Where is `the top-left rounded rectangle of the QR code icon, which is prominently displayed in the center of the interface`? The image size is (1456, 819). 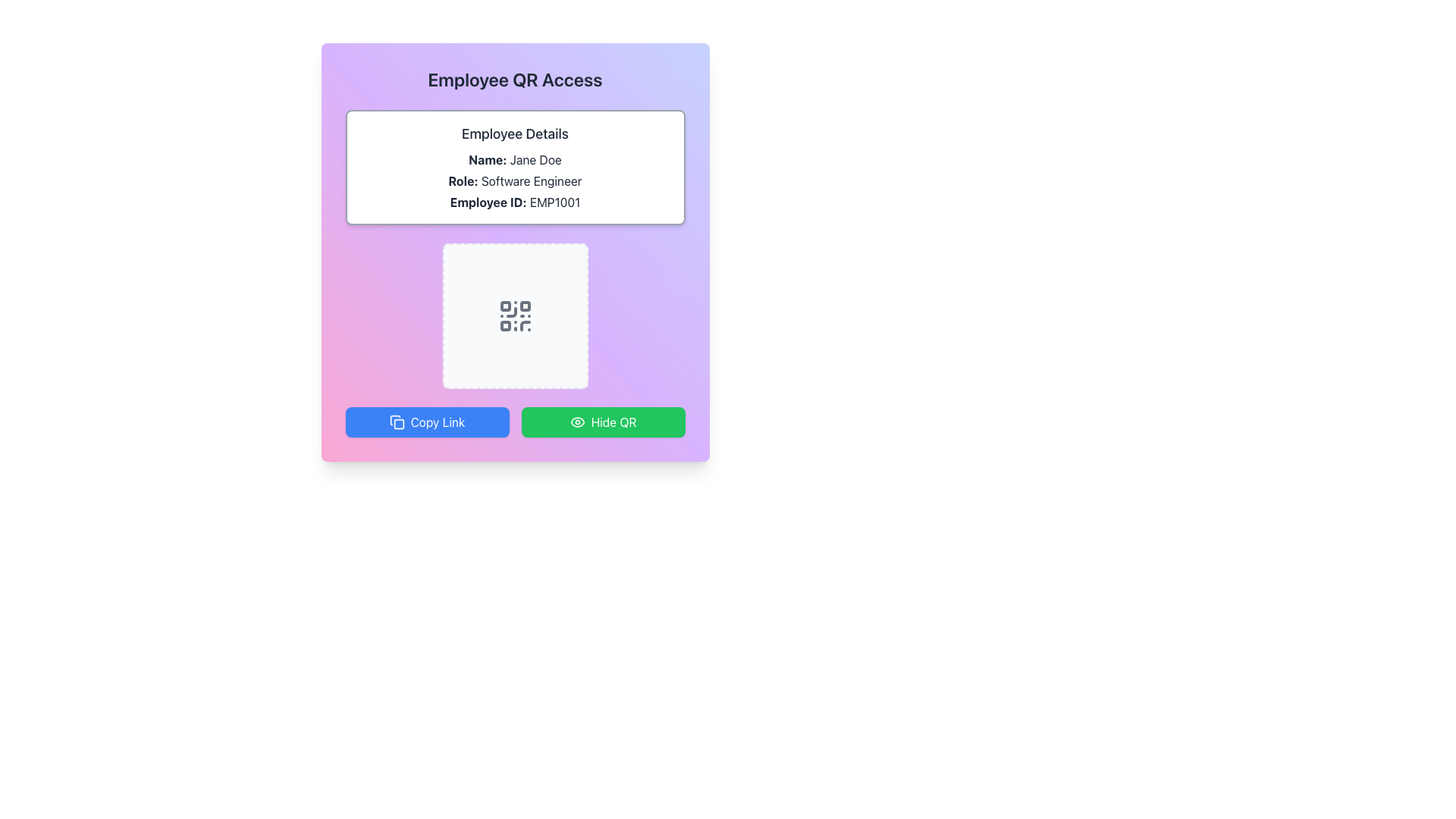 the top-left rounded rectangle of the QR code icon, which is prominently displayed in the center of the interface is located at coordinates (505, 306).